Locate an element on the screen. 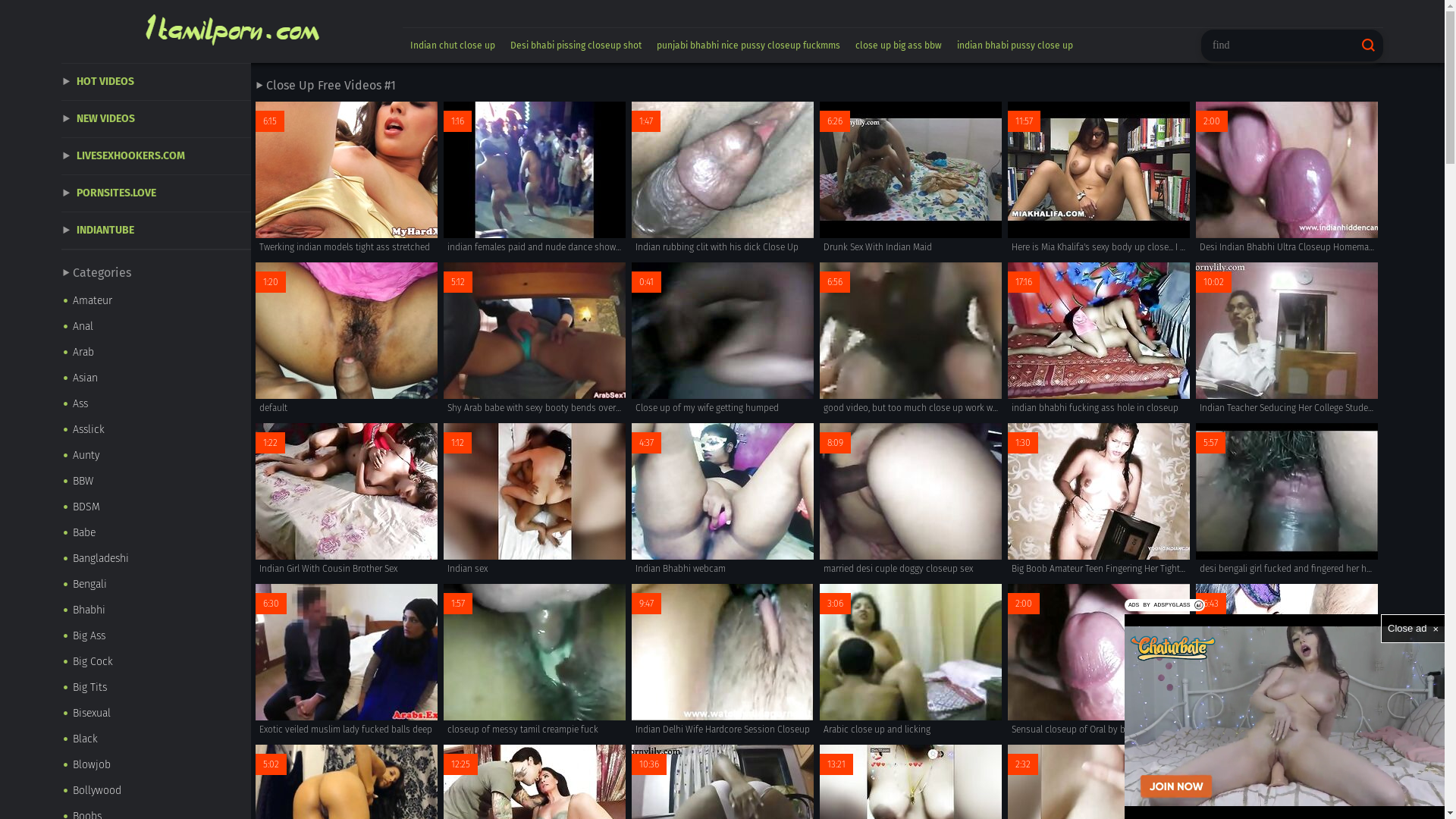 The height and width of the screenshot is (819, 1456). 'Anal' is located at coordinates (156, 326).